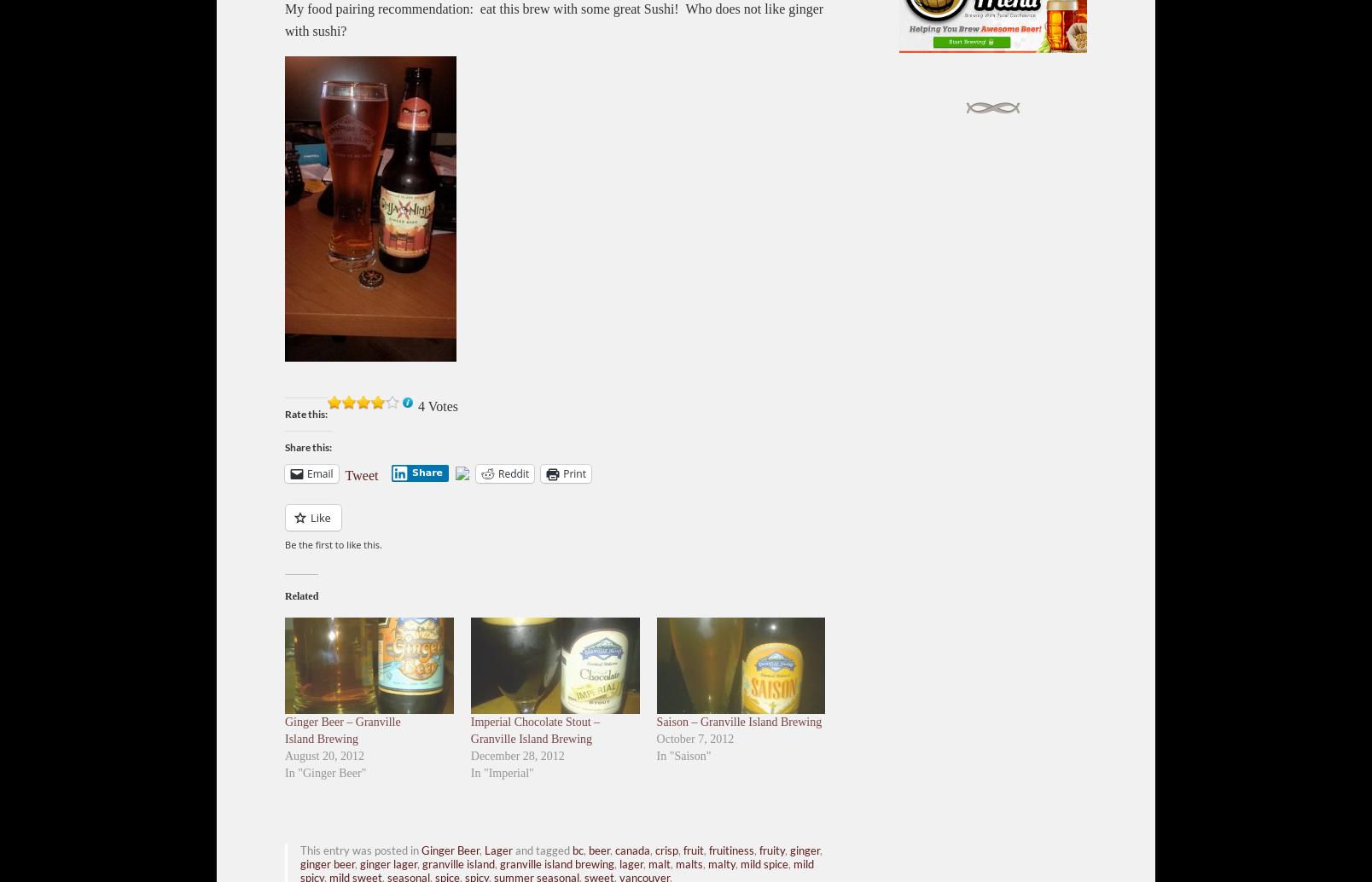 Image resolution: width=1372 pixels, height=882 pixels. Describe the element at coordinates (573, 473) in the screenshot. I see `'Print'` at that location.